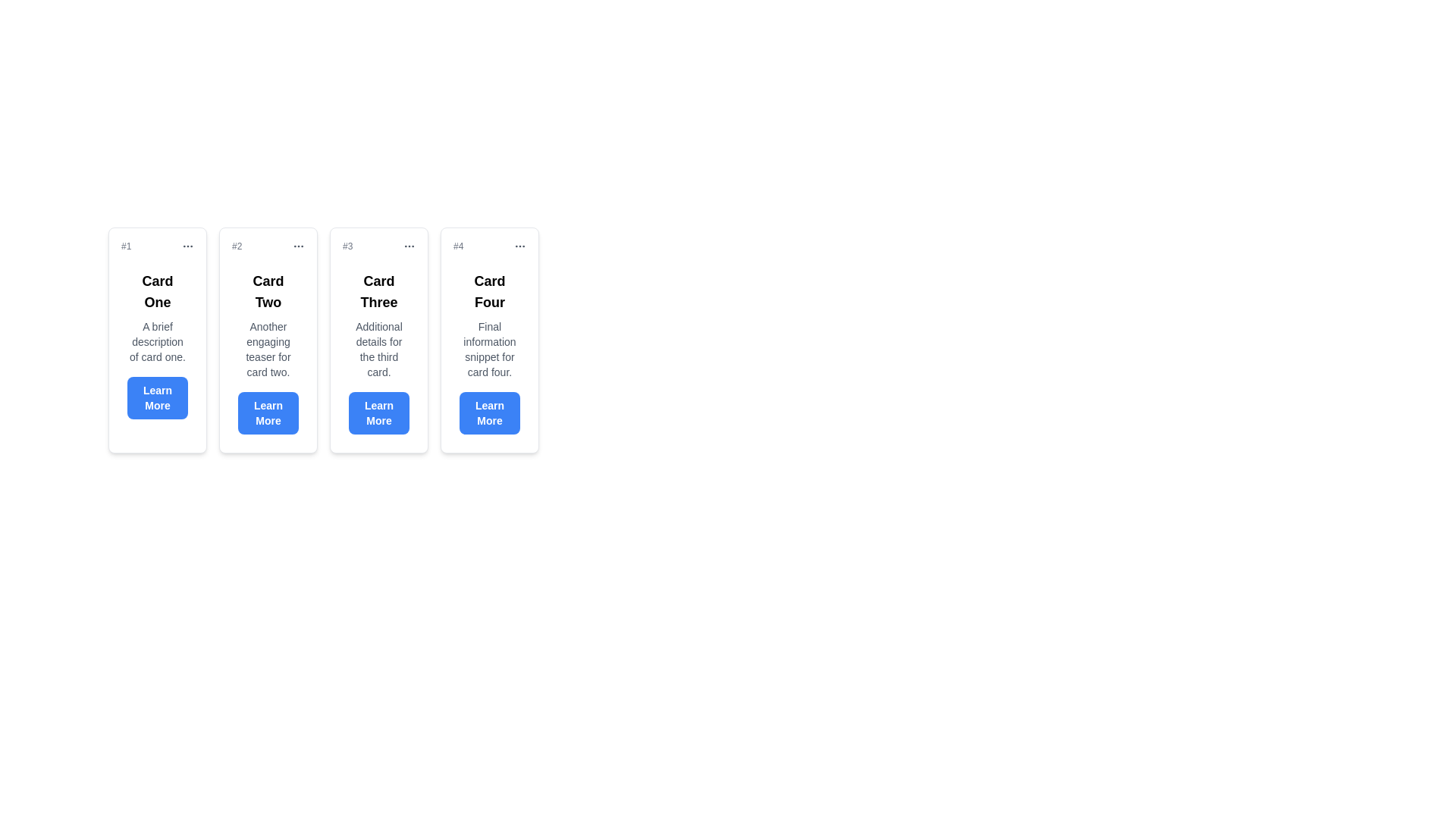 This screenshot has height=819, width=1456. What do you see at coordinates (157, 342) in the screenshot?
I see `the descriptive text element located between the heading 'Card One' and the 'Learn More' button in the first card of the series` at bounding box center [157, 342].